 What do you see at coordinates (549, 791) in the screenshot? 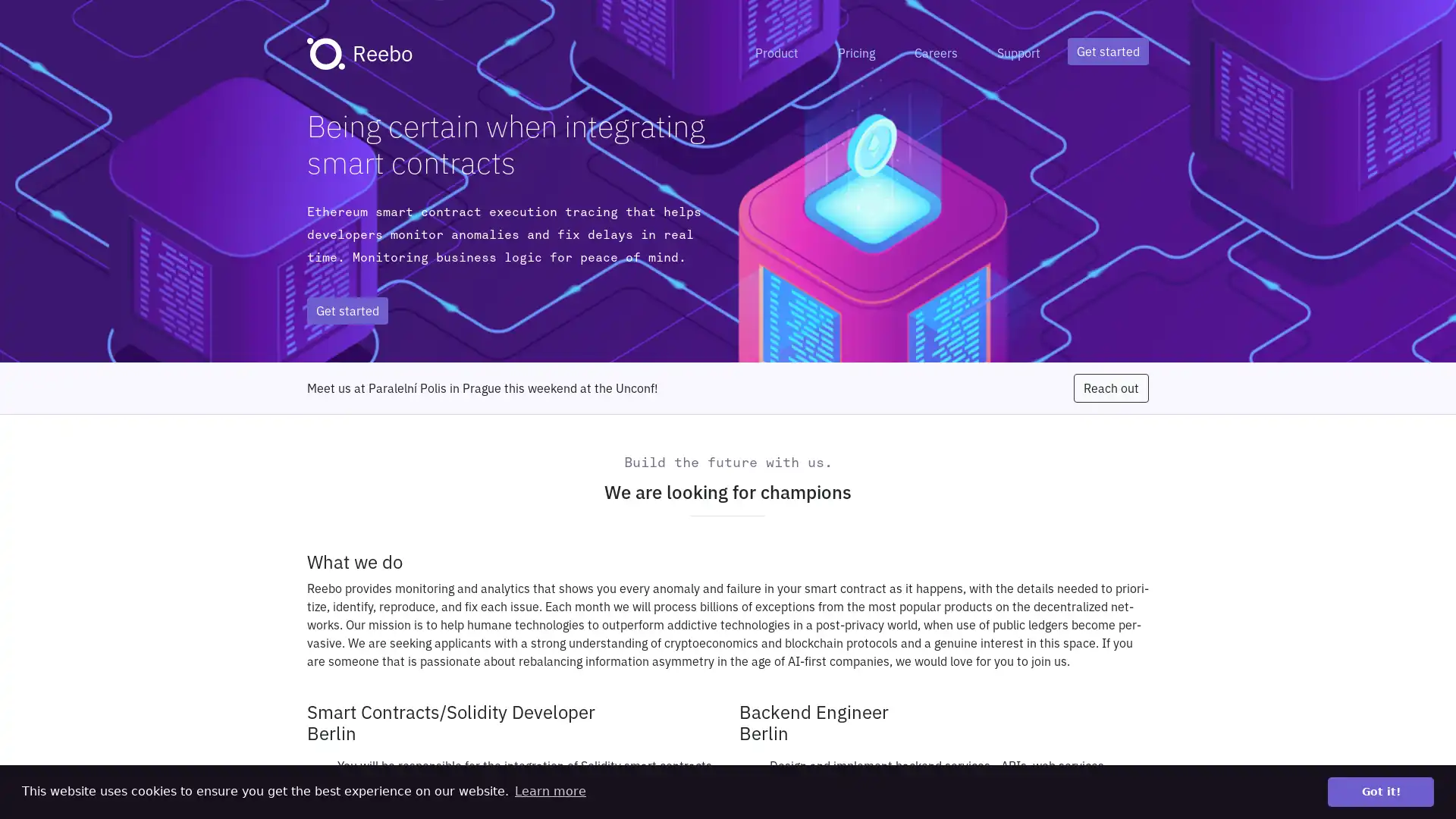
I see `learn more about cookies` at bounding box center [549, 791].